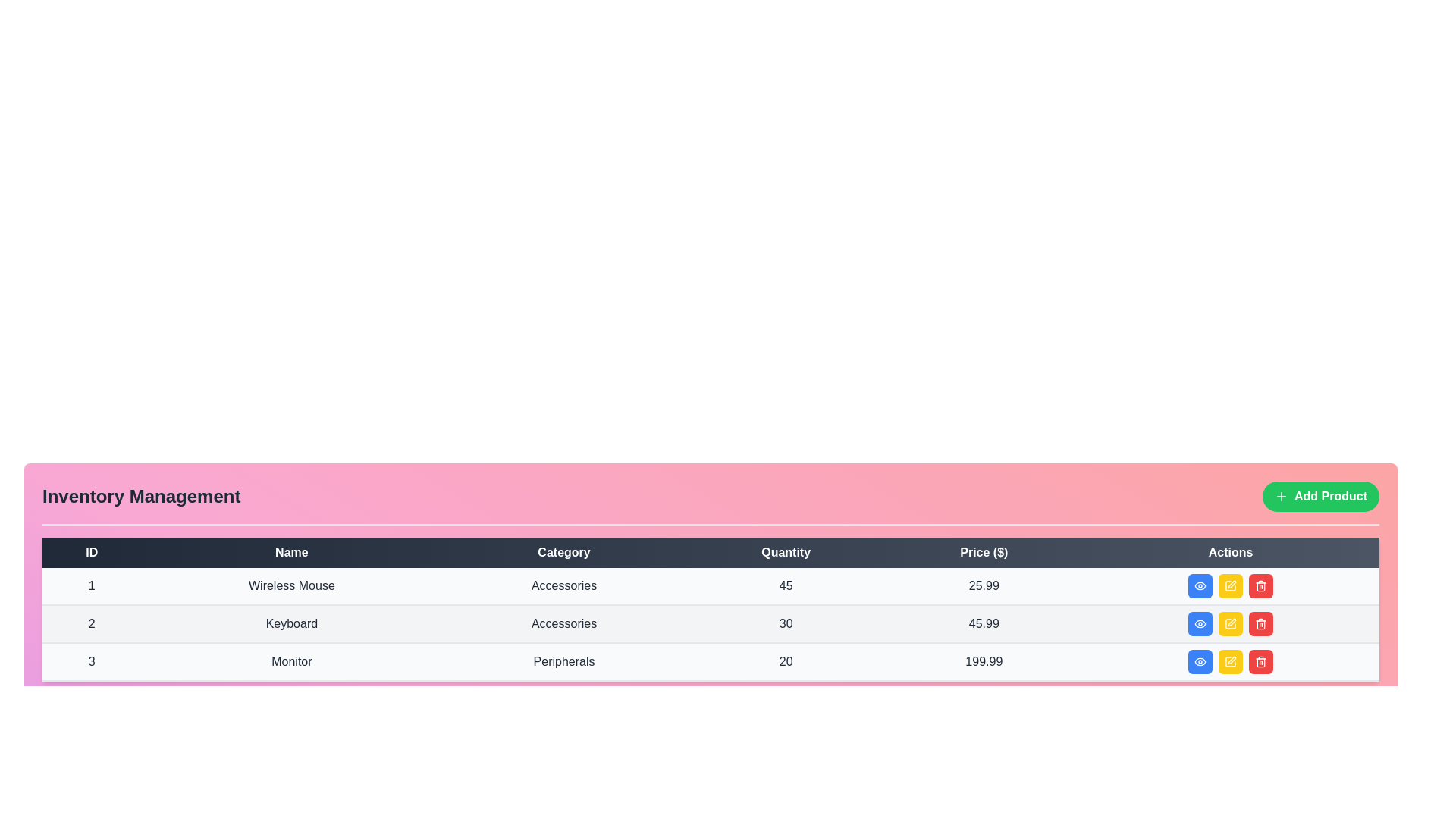 Image resolution: width=1456 pixels, height=819 pixels. I want to click on the Text label displaying the quantity of the item 'Keyboard' located in the fourth column of the second row in the inventory management table, so click(786, 623).